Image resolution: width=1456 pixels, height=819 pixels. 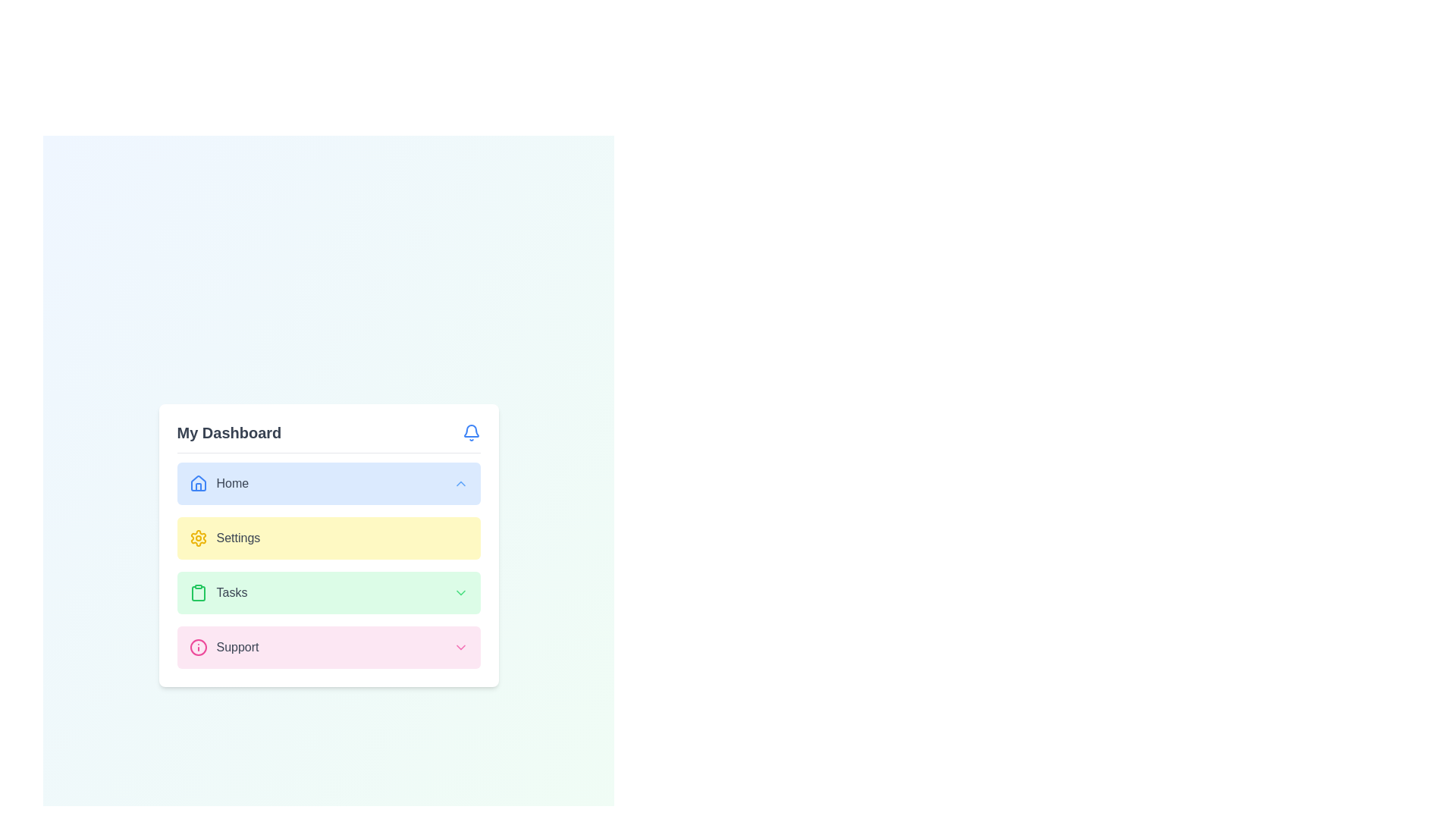 What do you see at coordinates (328, 537) in the screenshot?
I see `the navigation button located below the 'Home' item` at bounding box center [328, 537].